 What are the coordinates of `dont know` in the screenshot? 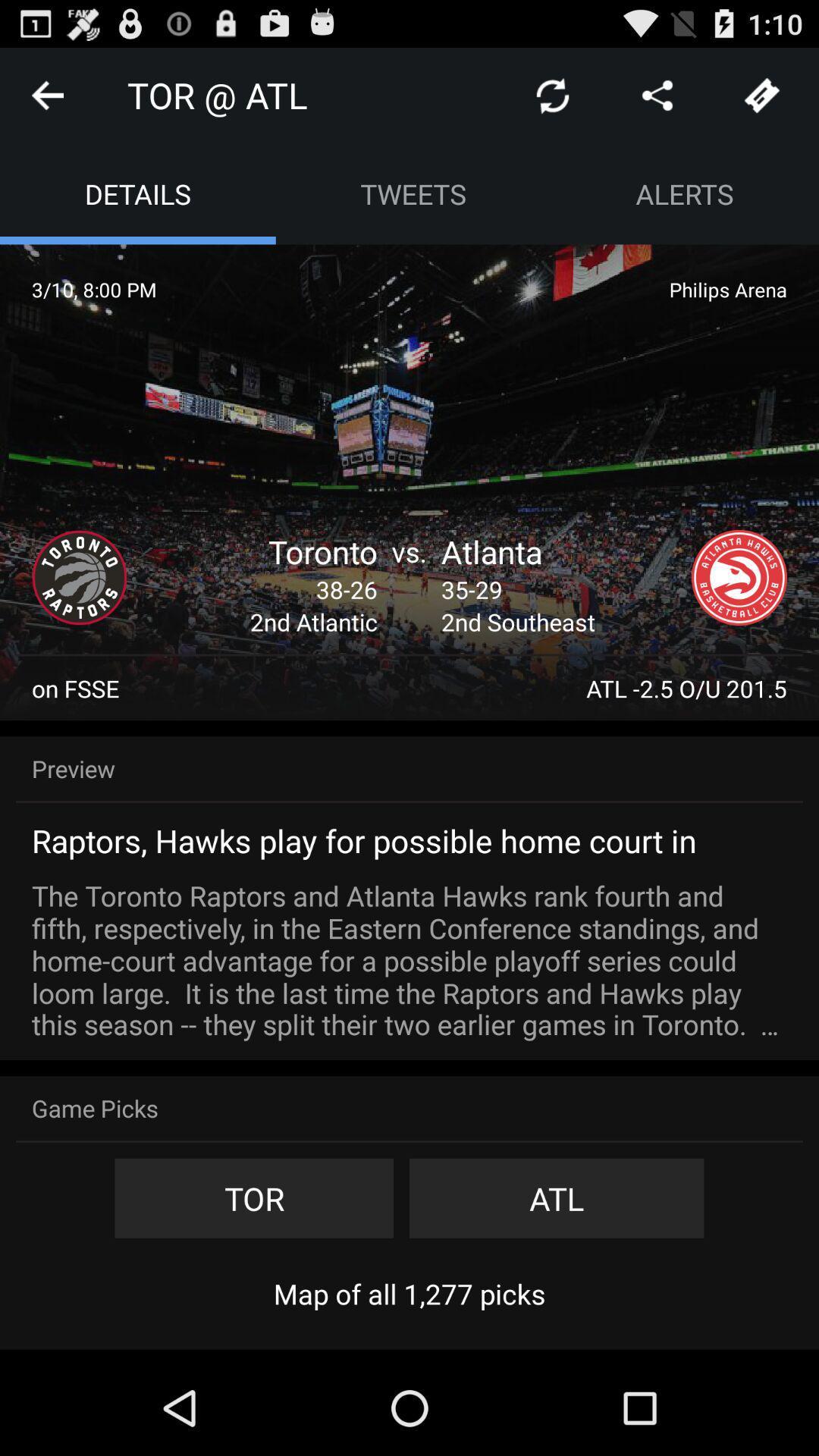 It's located at (762, 94).